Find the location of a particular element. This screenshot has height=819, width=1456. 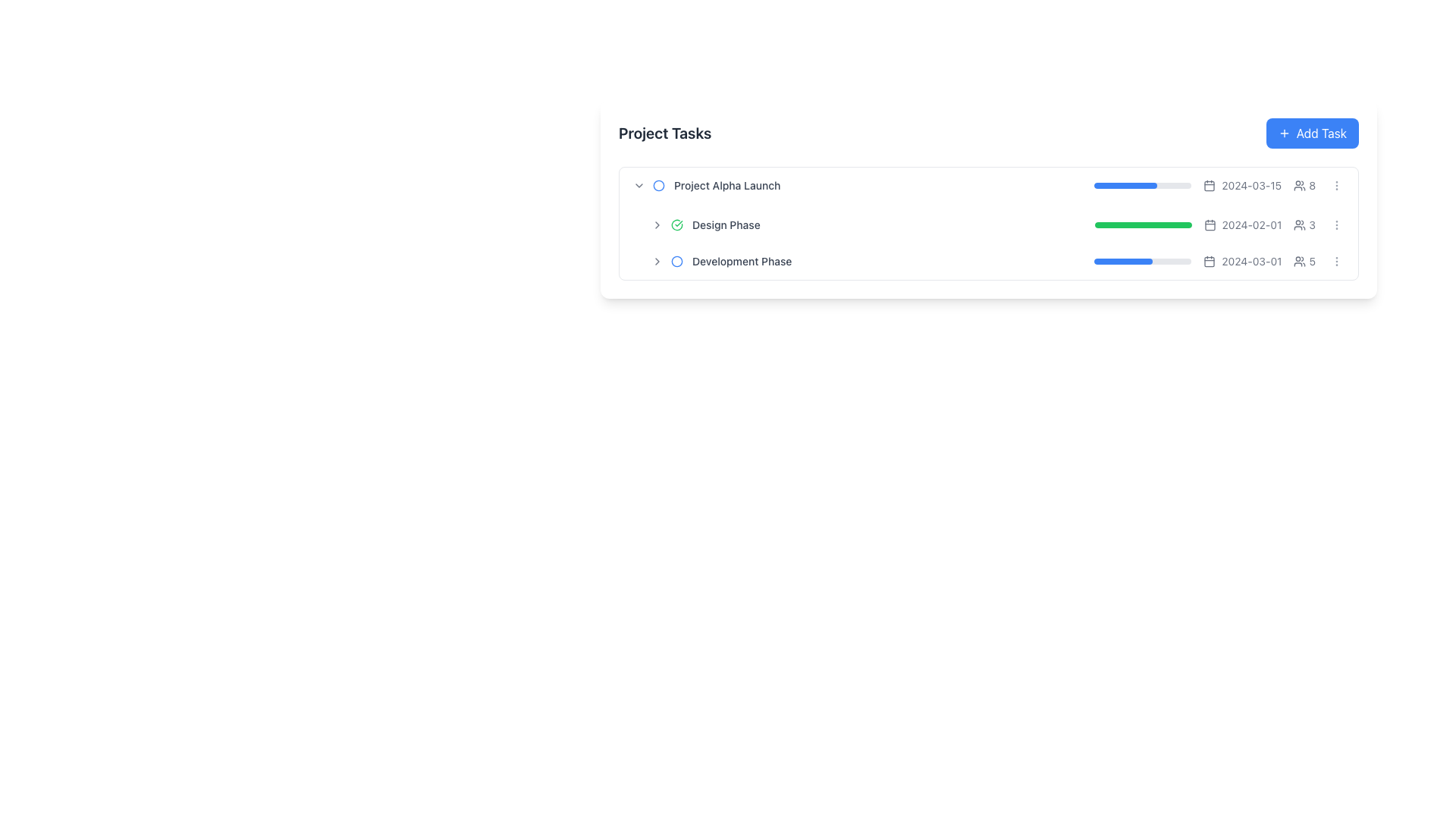

the static text displaying the date '2024-03-01', which is styled with a gray font on a white background and located adjacent to a calendar icon in the third task row labeled 'Development Phase' is located at coordinates (1251, 260).